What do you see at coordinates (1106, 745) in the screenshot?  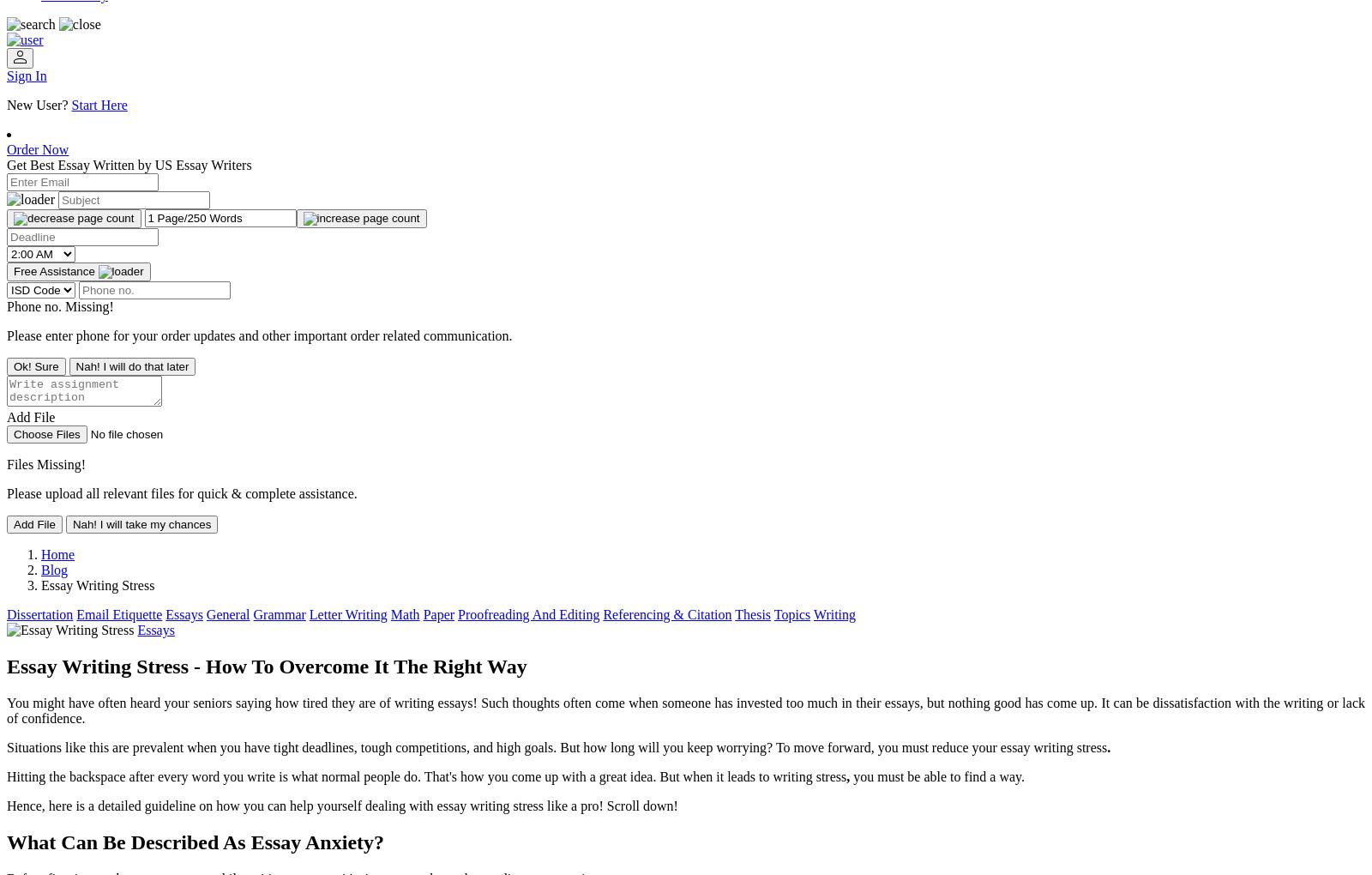 I see `'.'` at bounding box center [1106, 745].